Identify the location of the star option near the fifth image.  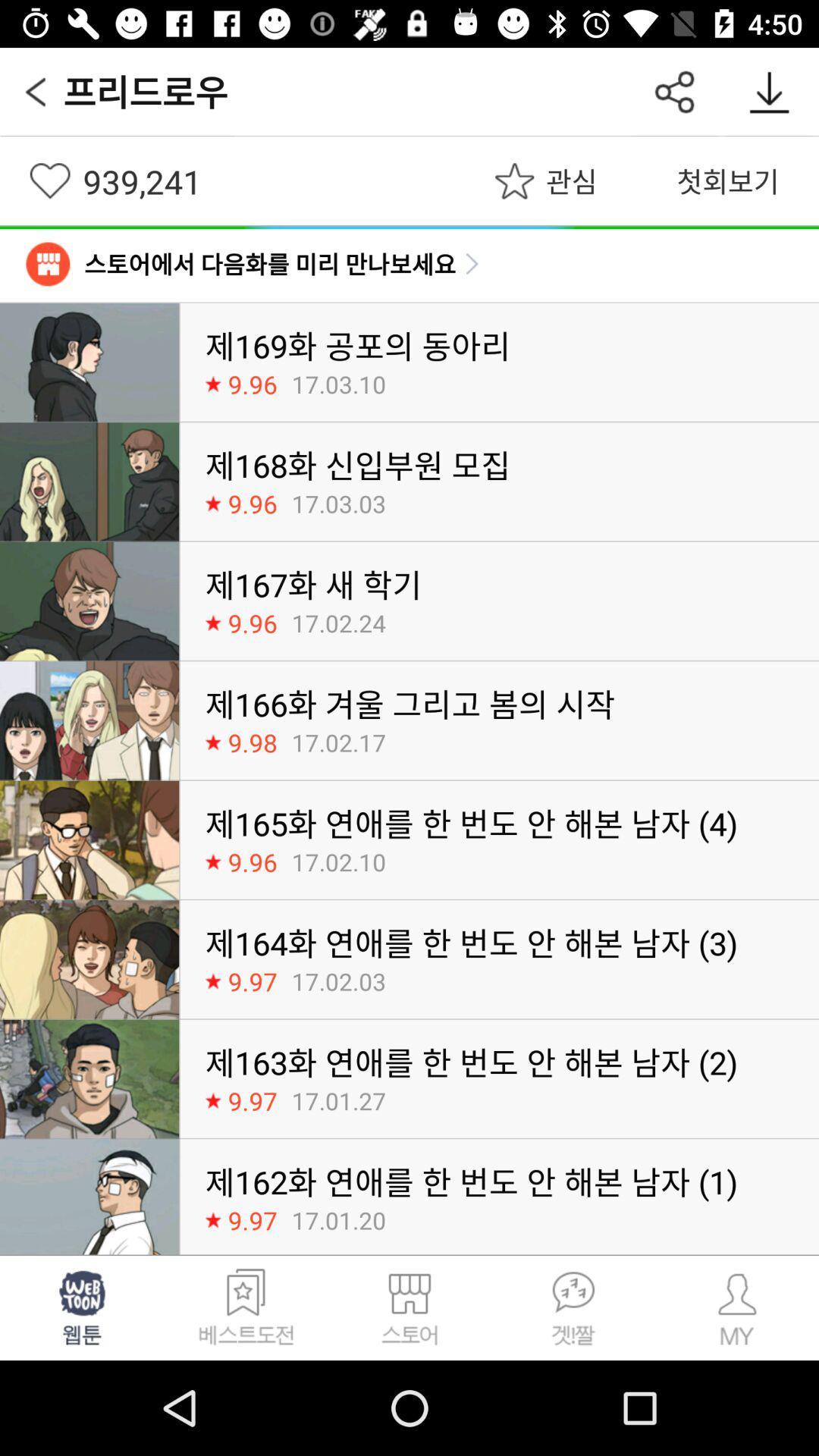
(213, 861).